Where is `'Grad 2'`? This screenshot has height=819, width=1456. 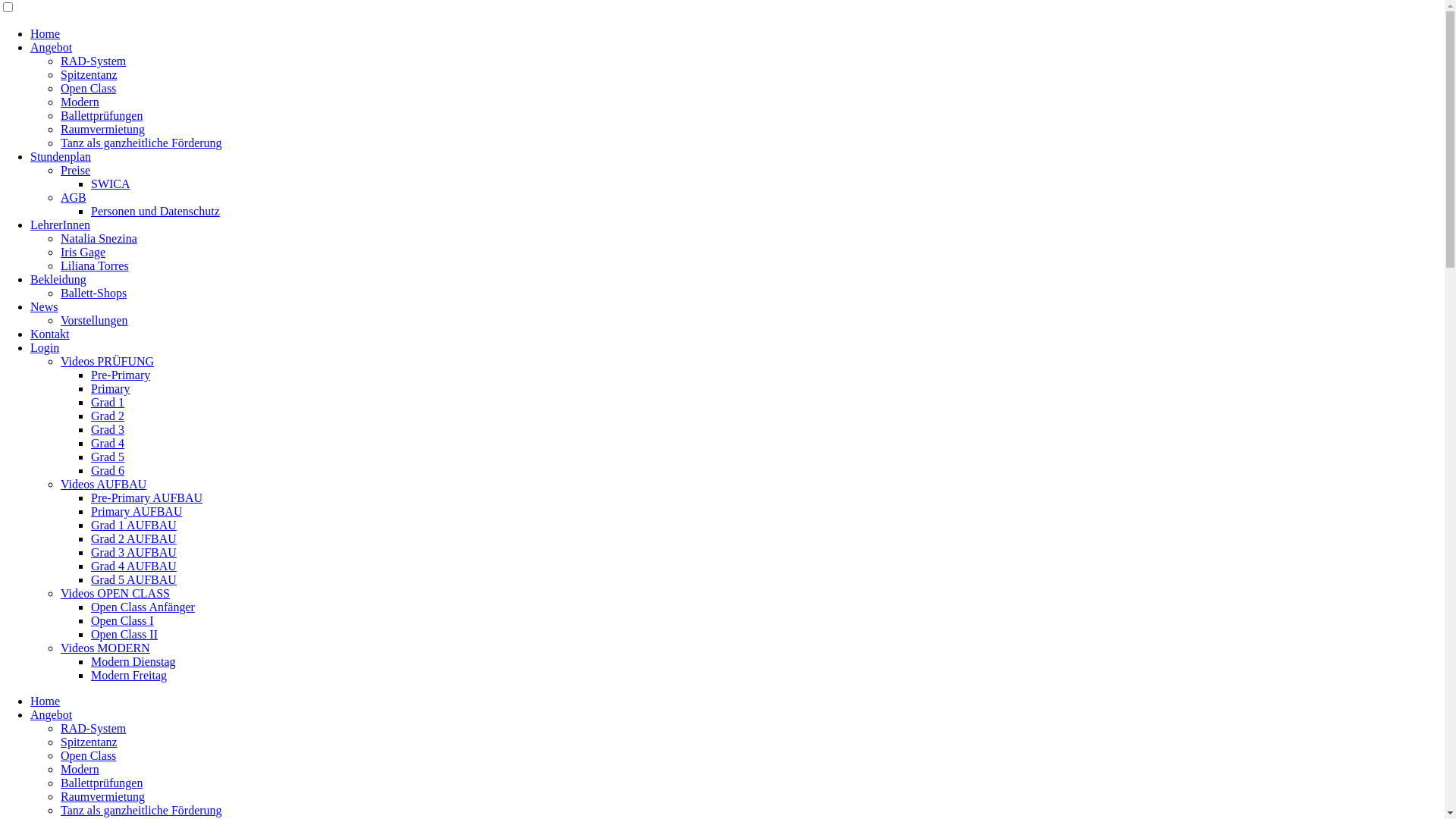
'Grad 2' is located at coordinates (107, 416).